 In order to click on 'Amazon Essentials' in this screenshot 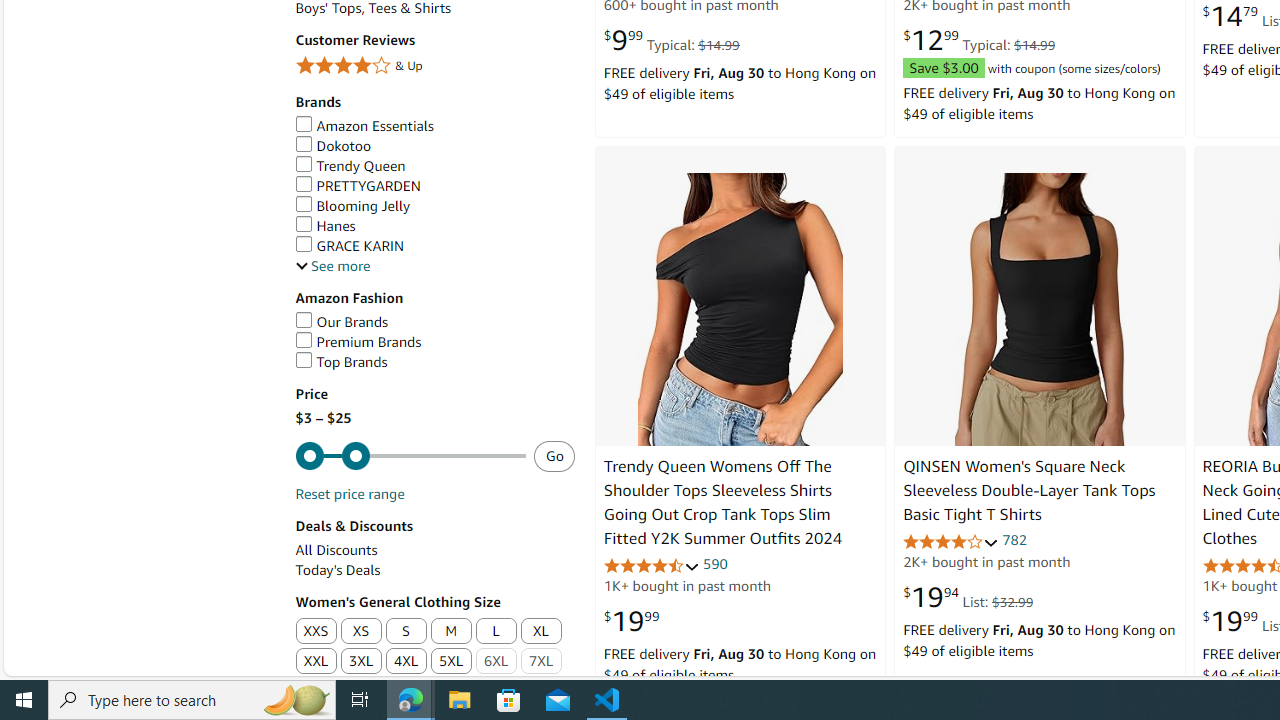, I will do `click(433, 126)`.